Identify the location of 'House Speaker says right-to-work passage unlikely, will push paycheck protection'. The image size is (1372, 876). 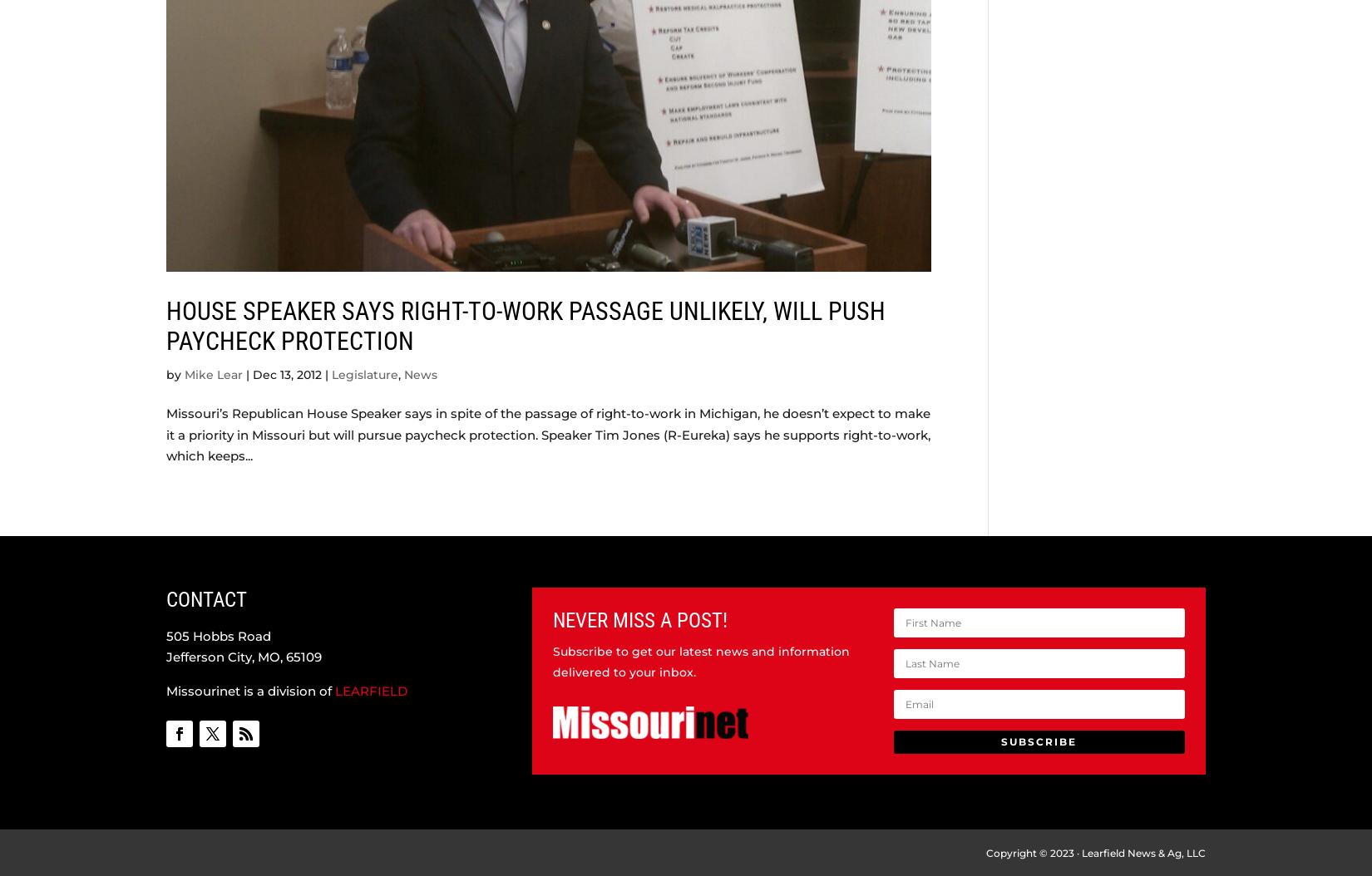
(165, 324).